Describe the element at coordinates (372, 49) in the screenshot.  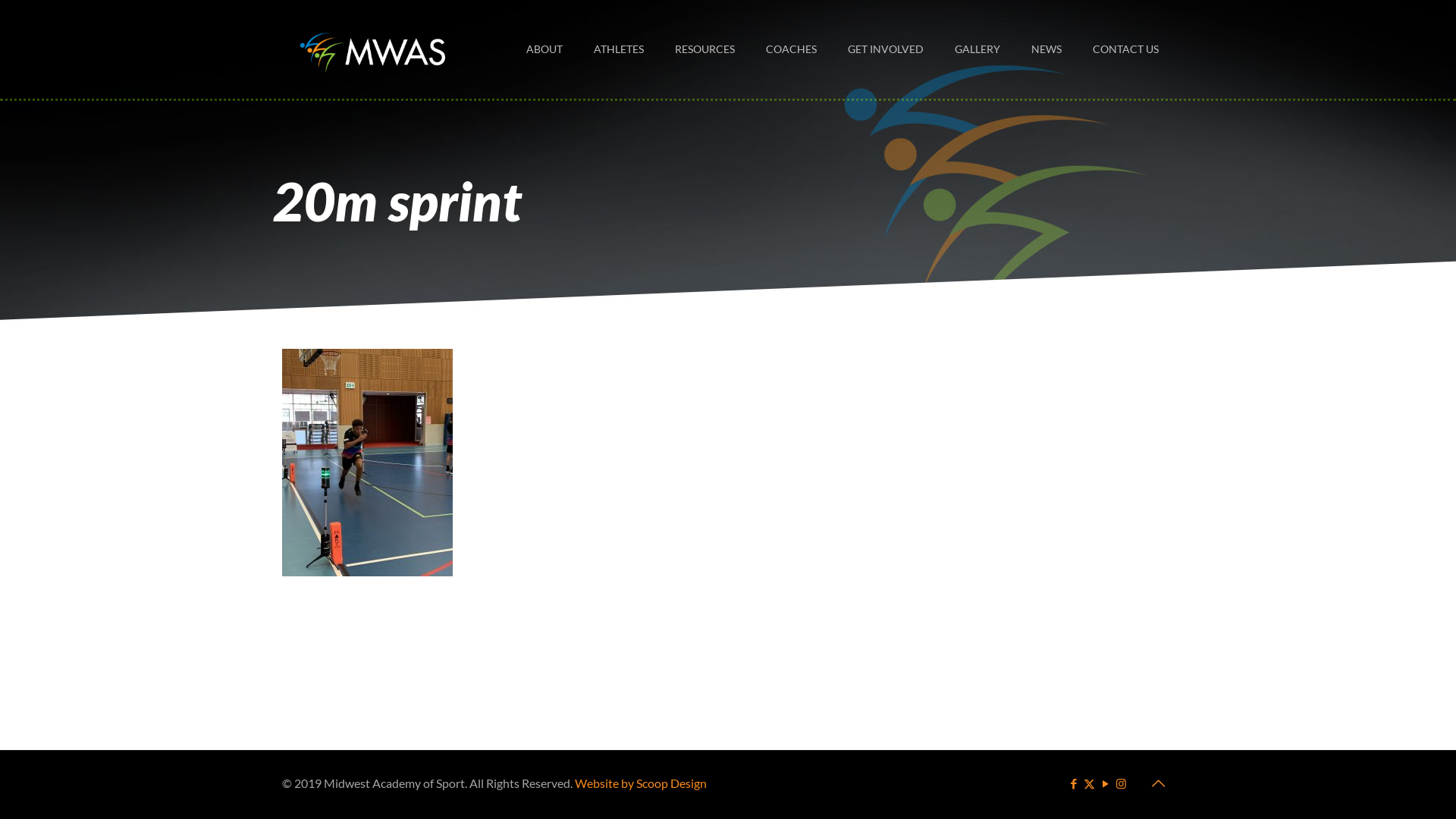
I see `'Midwest Academy of Sport'` at that location.